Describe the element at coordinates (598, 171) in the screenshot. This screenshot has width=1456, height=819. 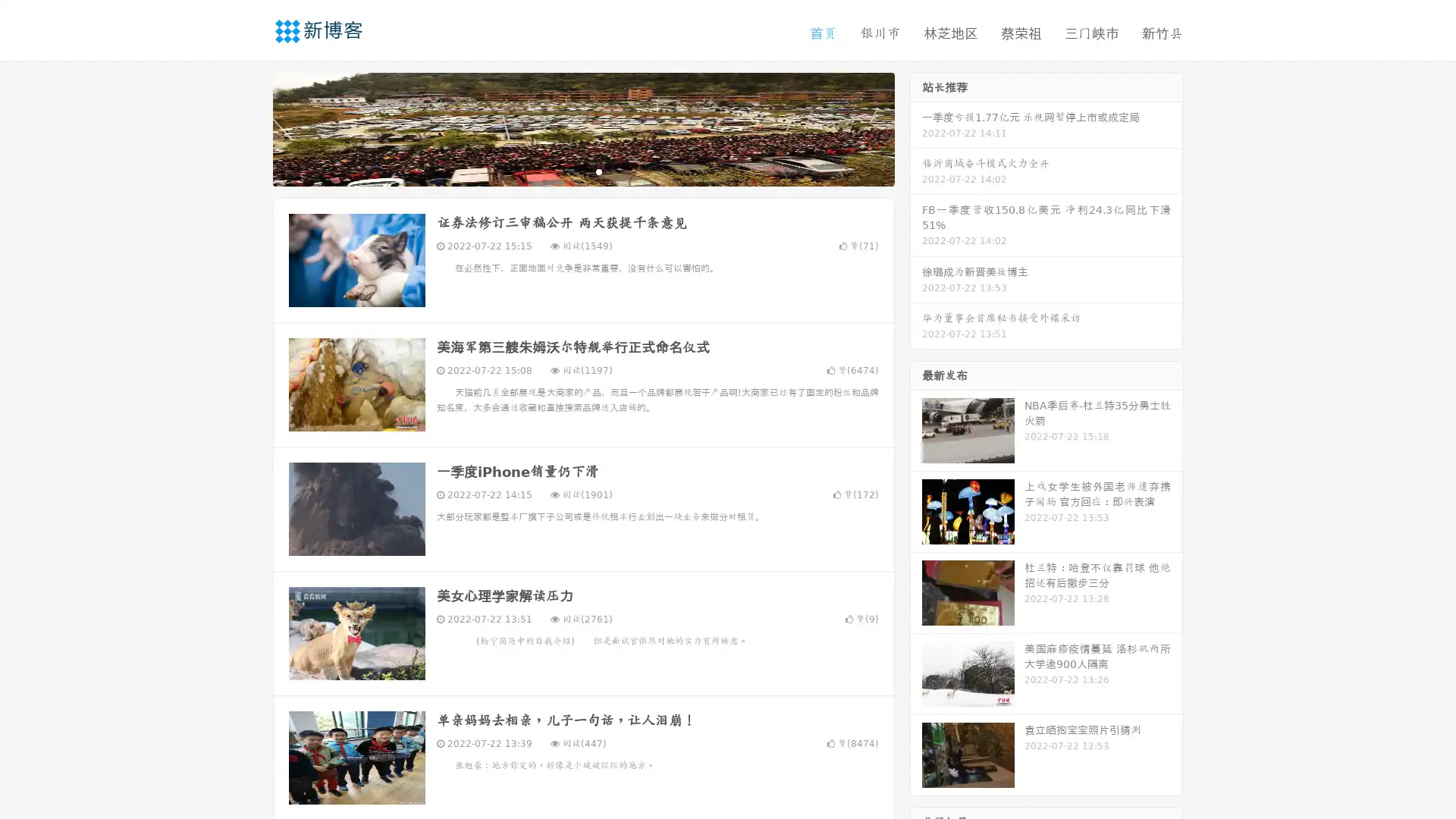
I see `Go to slide 3` at that location.